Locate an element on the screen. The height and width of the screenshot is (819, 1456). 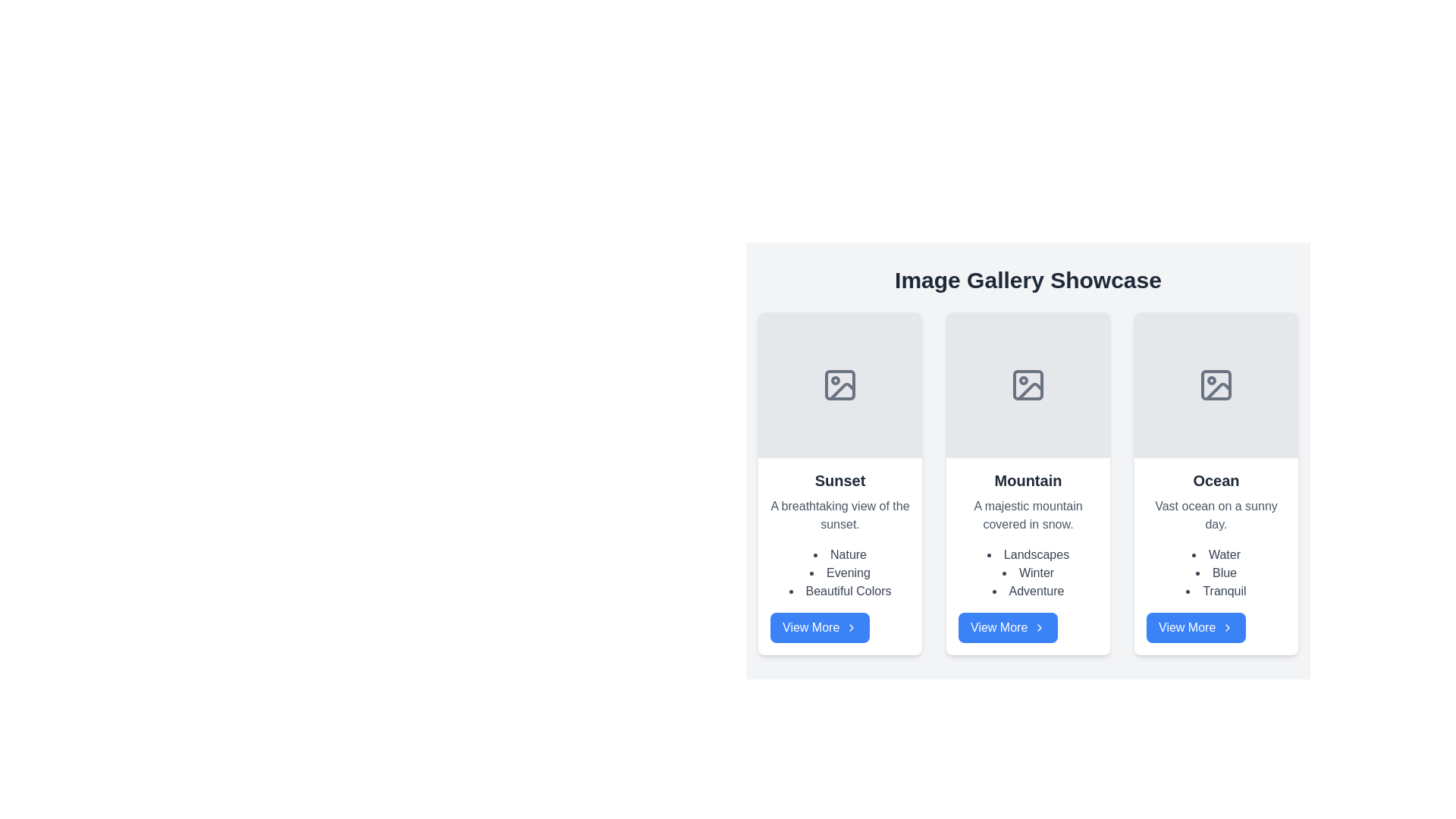
text content of the first item in the bulleted list under the 'Mountain' section on the center card interface is located at coordinates (1028, 555).